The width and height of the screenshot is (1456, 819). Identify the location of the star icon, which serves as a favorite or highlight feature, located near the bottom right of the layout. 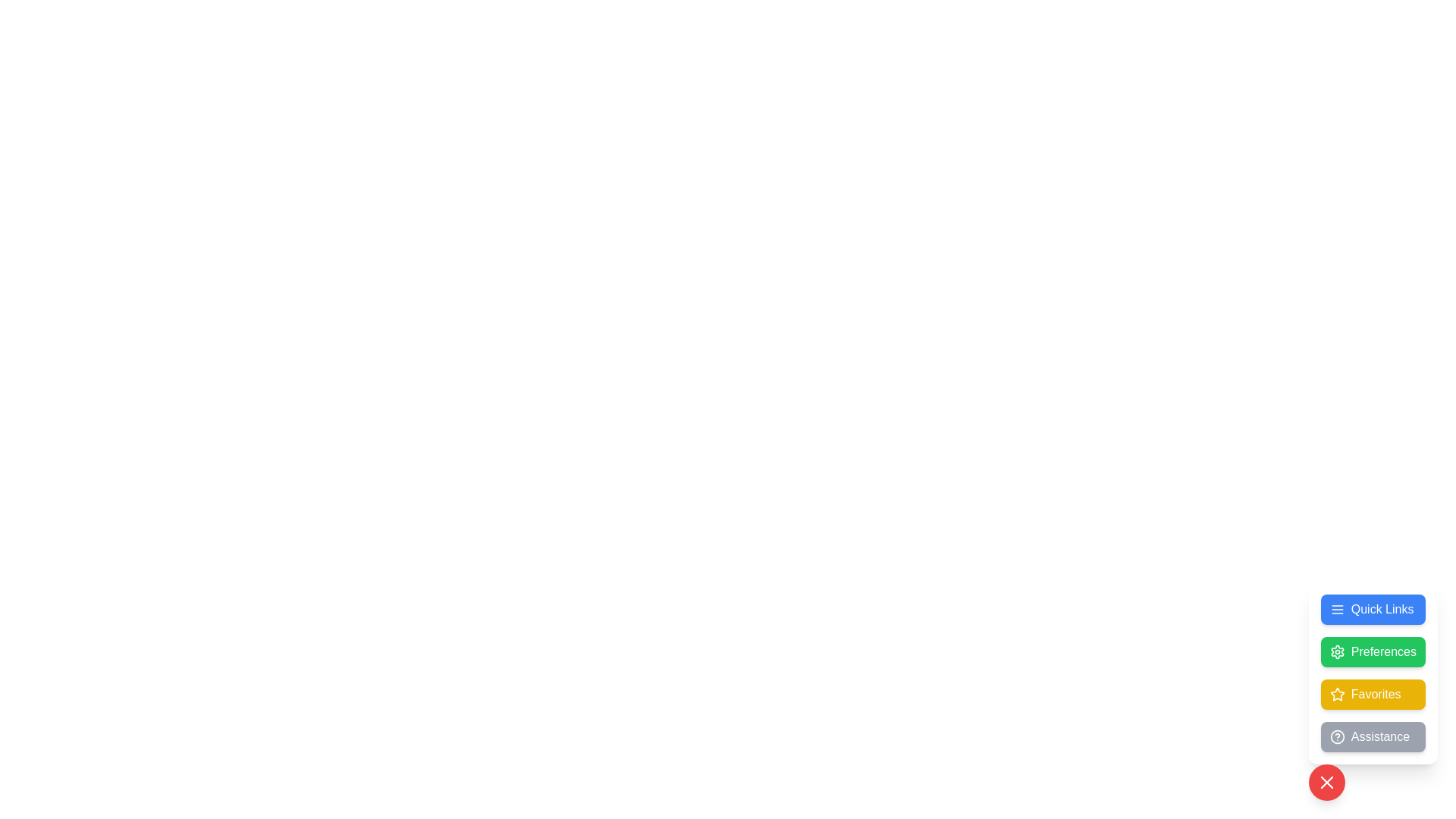
(1337, 694).